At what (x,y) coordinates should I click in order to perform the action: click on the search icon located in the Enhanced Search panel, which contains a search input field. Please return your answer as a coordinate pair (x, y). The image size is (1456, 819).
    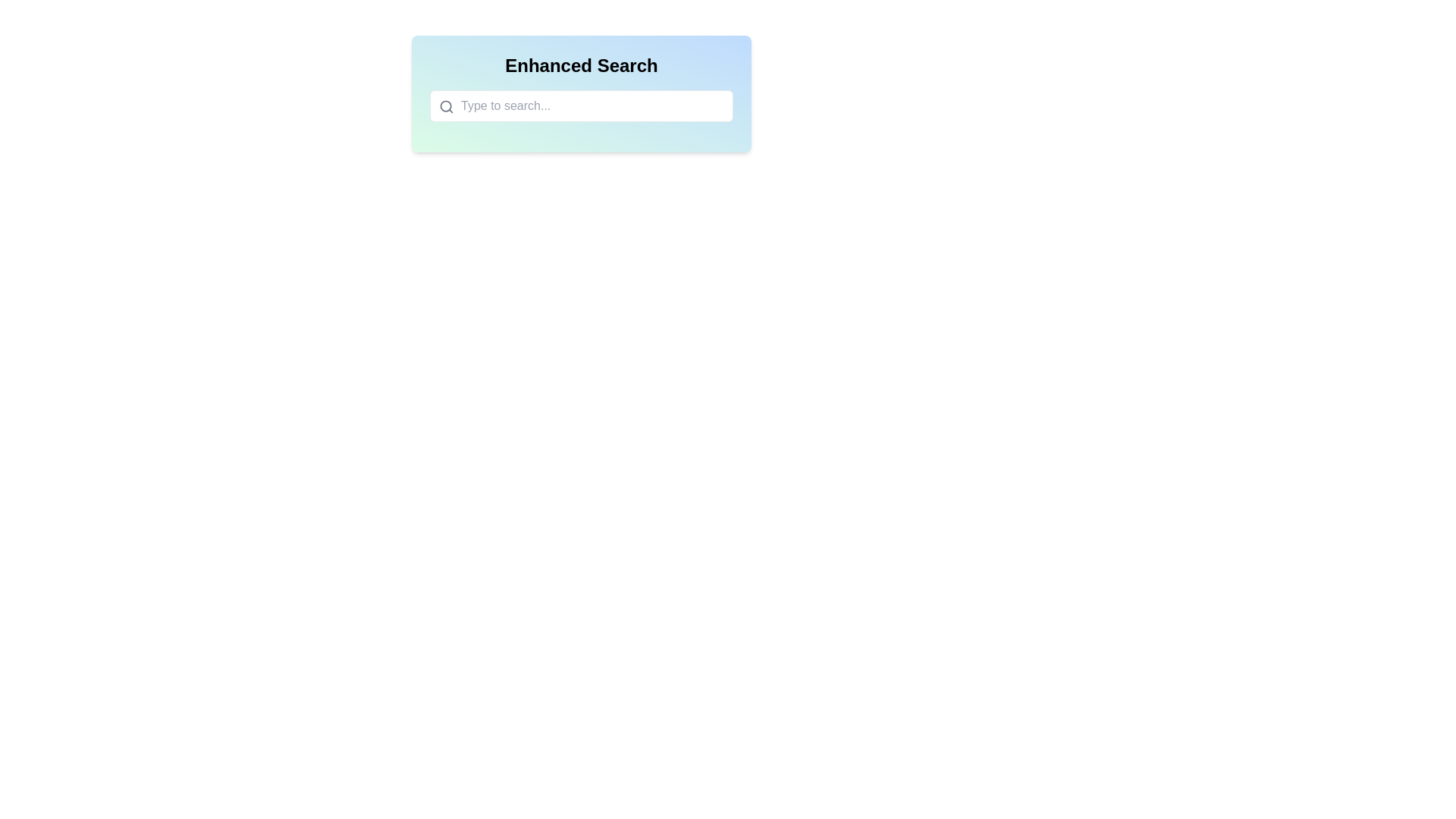
    Looking at the image, I should click on (581, 93).